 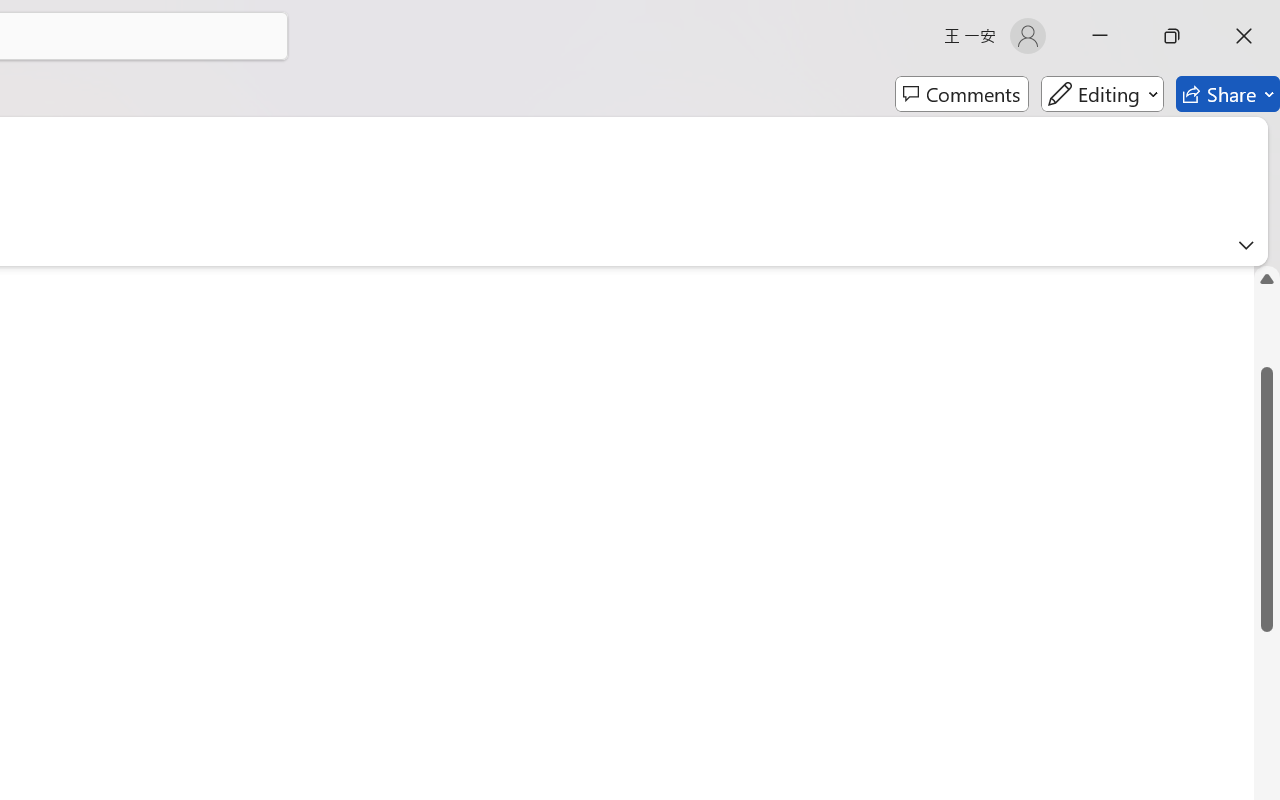 What do you see at coordinates (1099, 35) in the screenshot?
I see `'Minimize'` at bounding box center [1099, 35].